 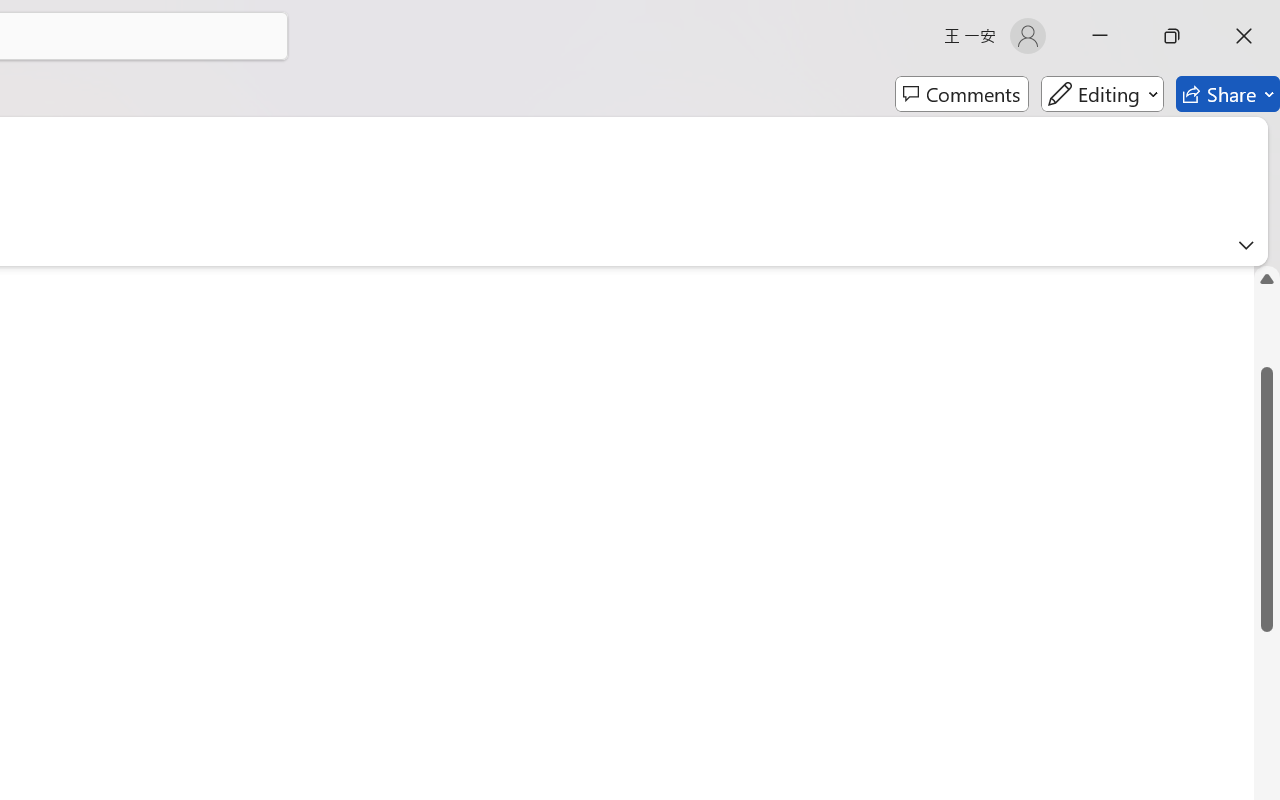 What do you see at coordinates (1099, 35) in the screenshot?
I see `'Minimize'` at bounding box center [1099, 35].